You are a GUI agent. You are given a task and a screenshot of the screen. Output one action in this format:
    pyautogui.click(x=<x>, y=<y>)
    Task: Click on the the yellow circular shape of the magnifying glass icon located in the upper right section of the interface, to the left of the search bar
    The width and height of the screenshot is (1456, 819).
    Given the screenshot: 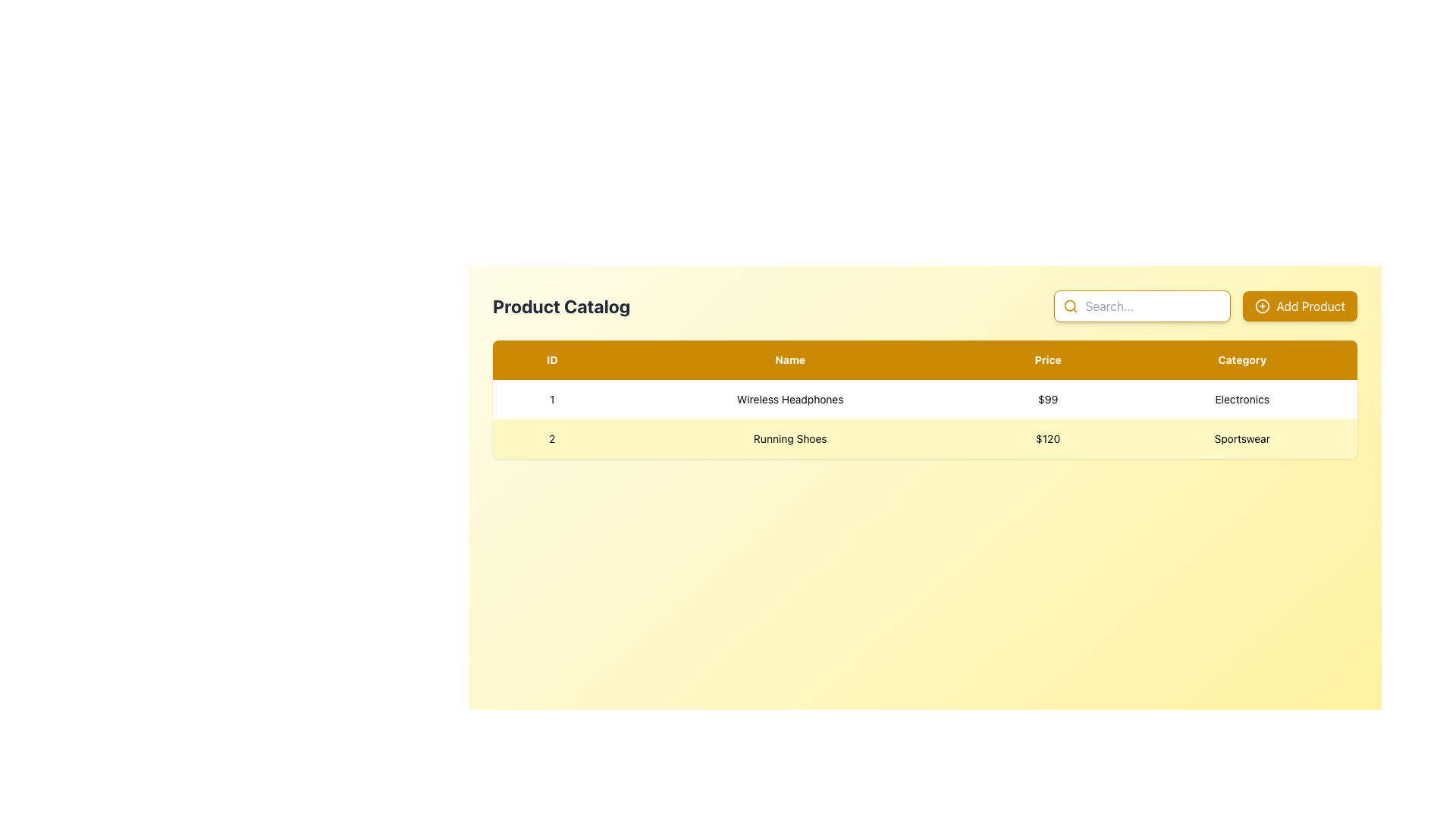 What is the action you would take?
    pyautogui.click(x=1069, y=306)
    